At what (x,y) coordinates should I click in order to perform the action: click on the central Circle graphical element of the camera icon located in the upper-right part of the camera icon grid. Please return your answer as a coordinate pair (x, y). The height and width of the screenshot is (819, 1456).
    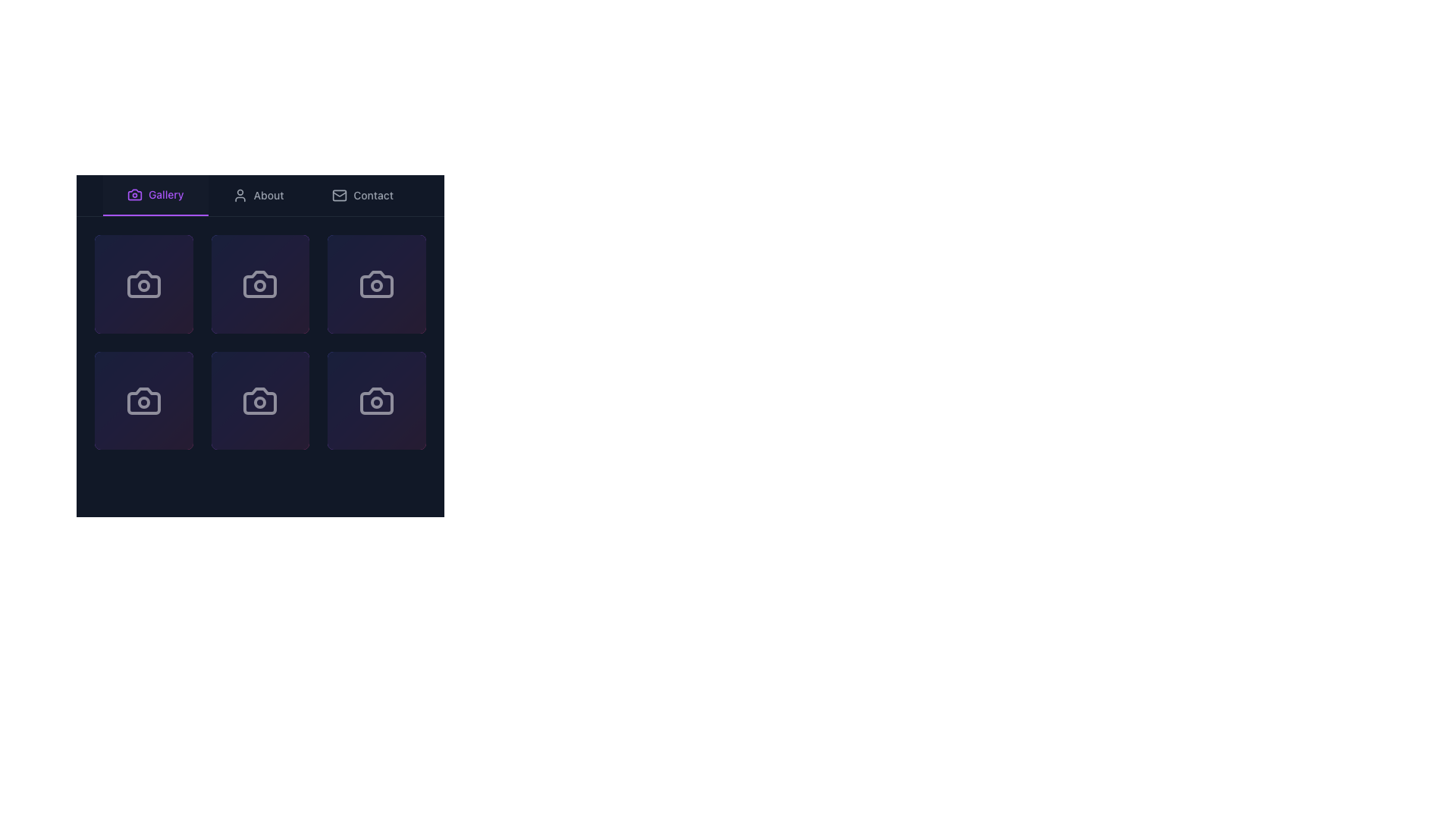
    Looking at the image, I should click on (377, 285).